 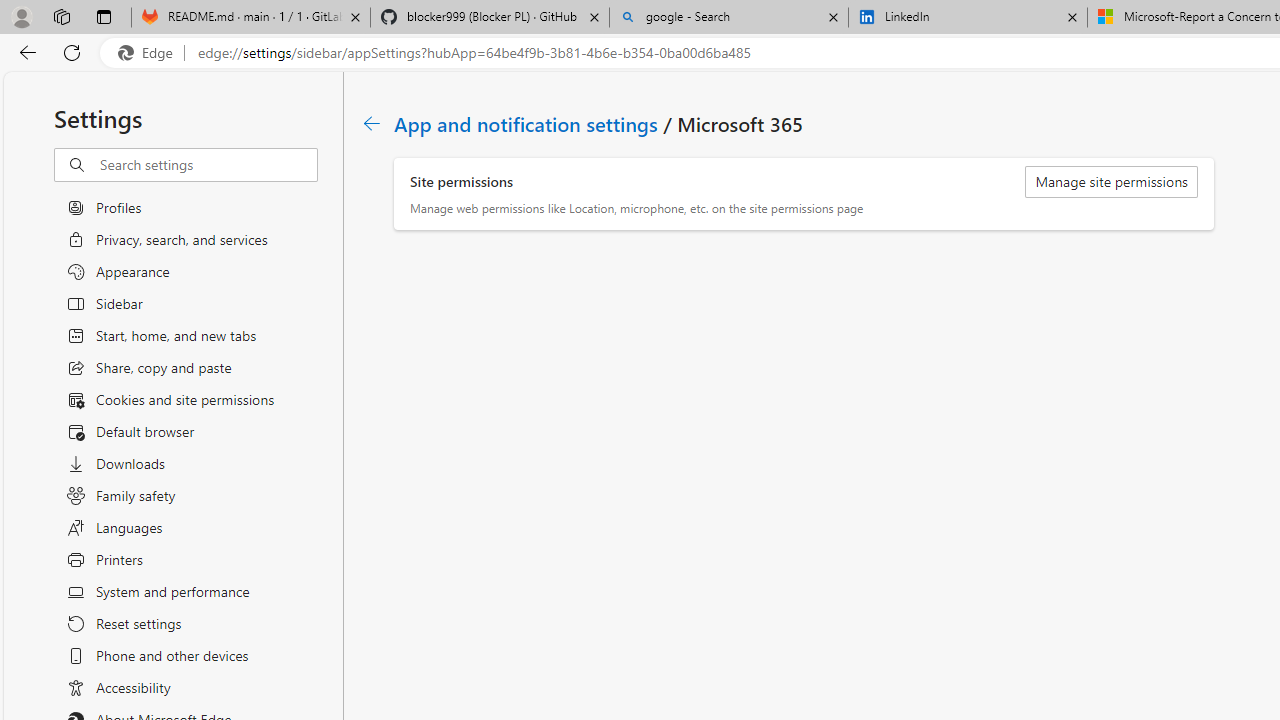 I want to click on 'App and notification settings', so click(x=527, y=123).